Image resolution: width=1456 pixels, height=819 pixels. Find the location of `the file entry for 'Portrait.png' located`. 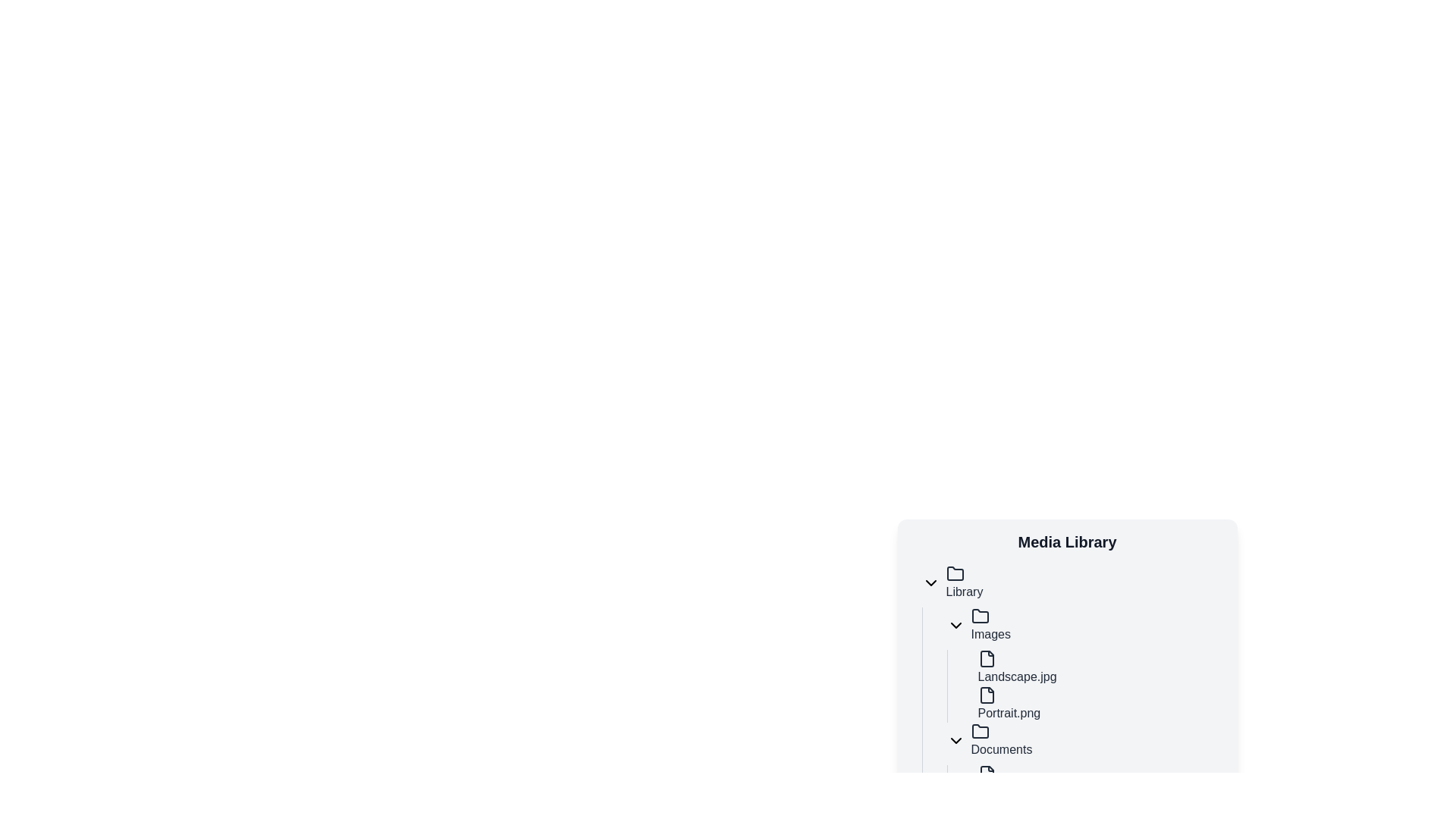

the file entry for 'Portrait.png' located is located at coordinates (1092, 704).